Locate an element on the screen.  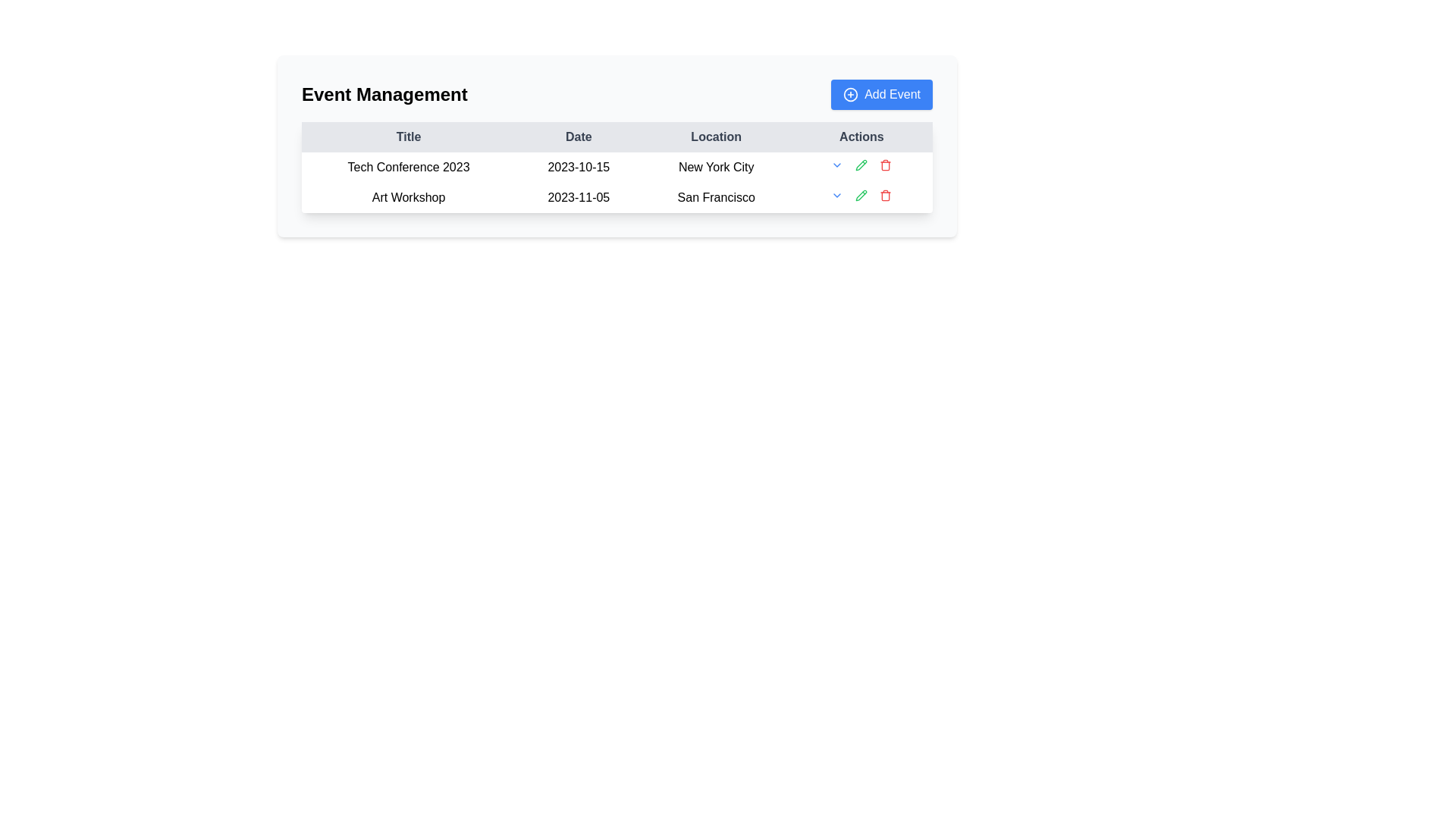
the 'Actions' table header cell, which has a light gray background and dark gray text, positioned as the fourth element in the header row is located at coordinates (861, 137).